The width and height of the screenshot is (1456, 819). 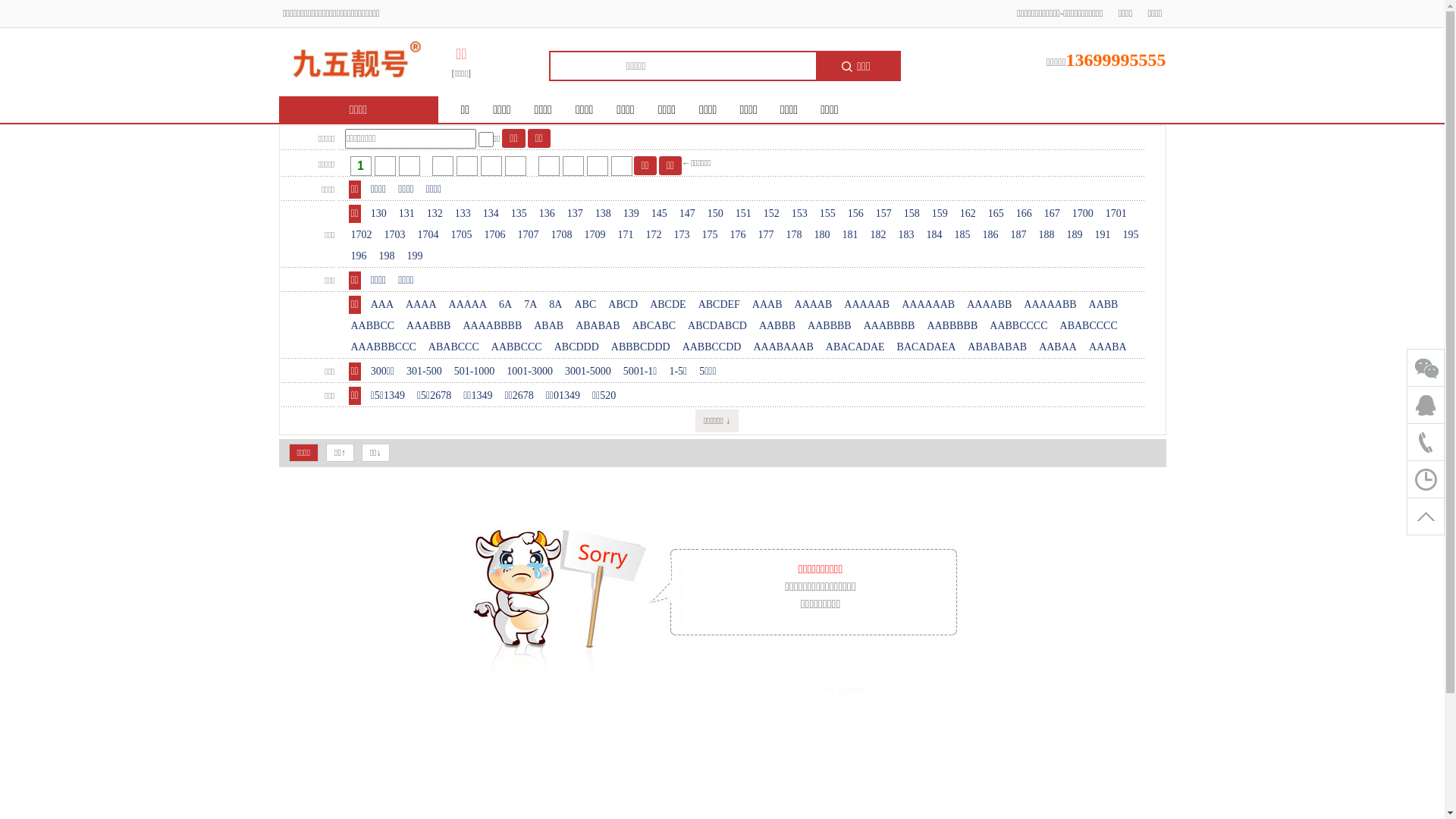 I want to click on 'ABCDDD', so click(x=576, y=347).